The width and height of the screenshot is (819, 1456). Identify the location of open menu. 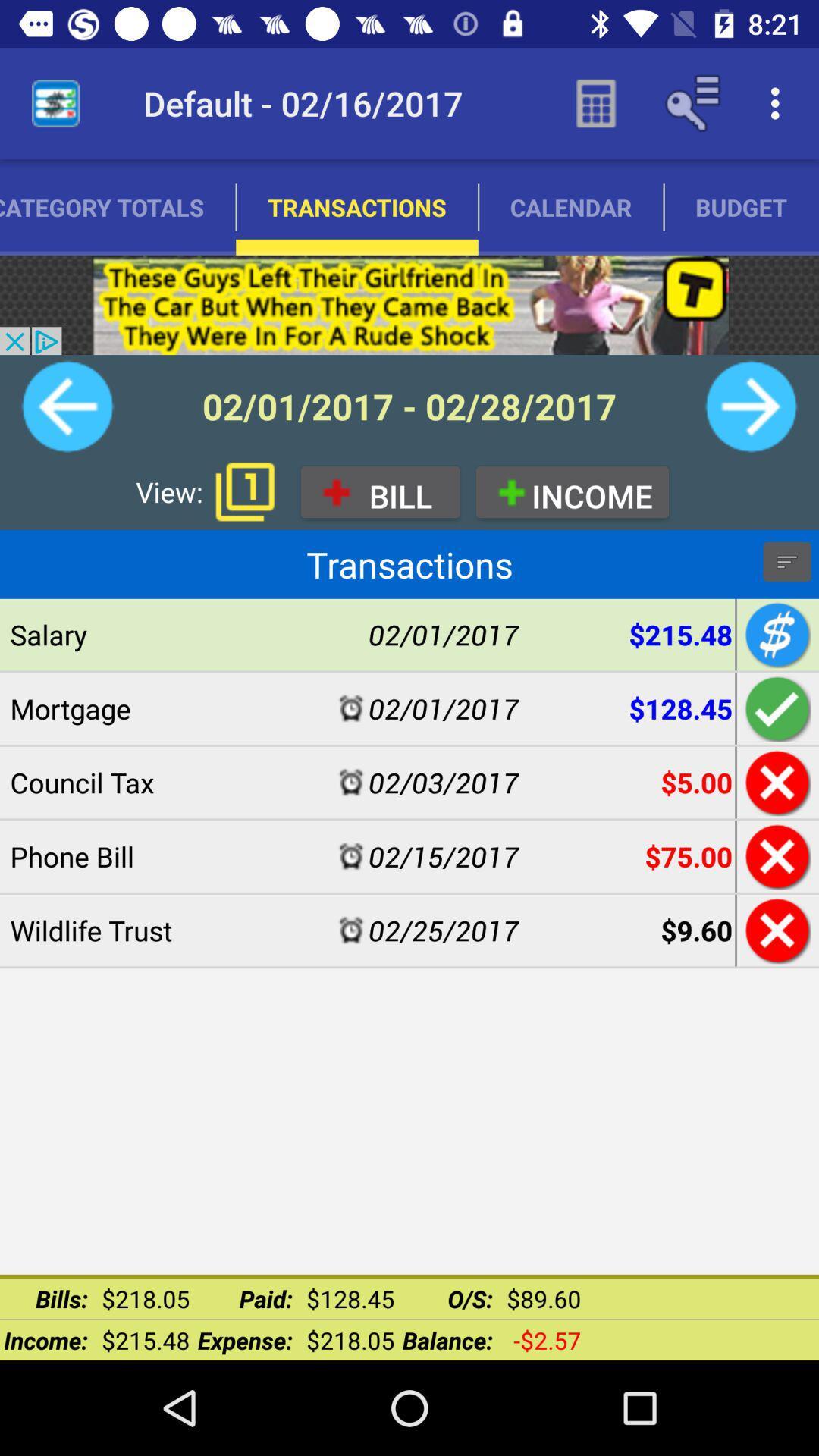
(786, 560).